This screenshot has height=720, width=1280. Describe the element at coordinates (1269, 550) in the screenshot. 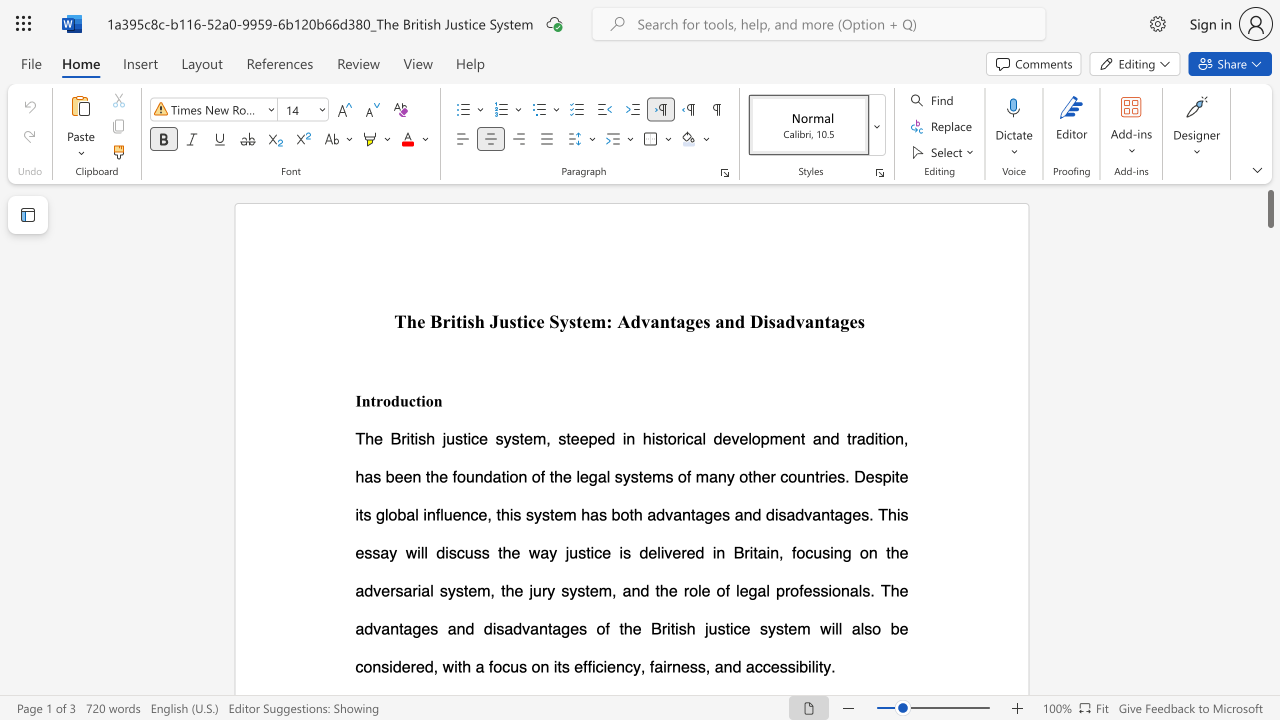

I see `the page's right scrollbar for downward movement` at that location.